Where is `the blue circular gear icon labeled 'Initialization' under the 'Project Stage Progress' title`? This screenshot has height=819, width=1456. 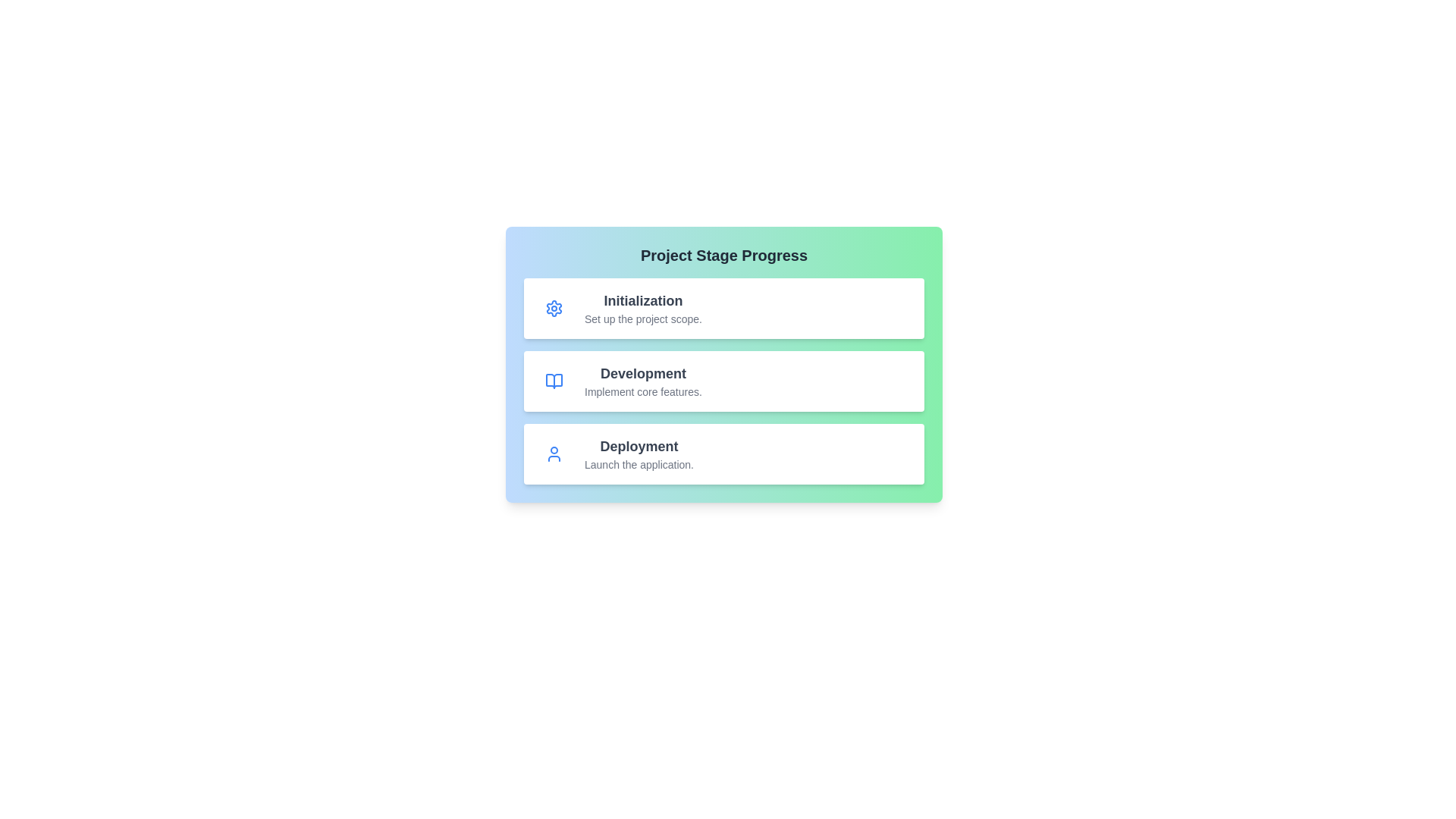 the blue circular gear icon labeled 'Initialization' under the 'Project Stage Progress' title is located at coordinates (553, 308).